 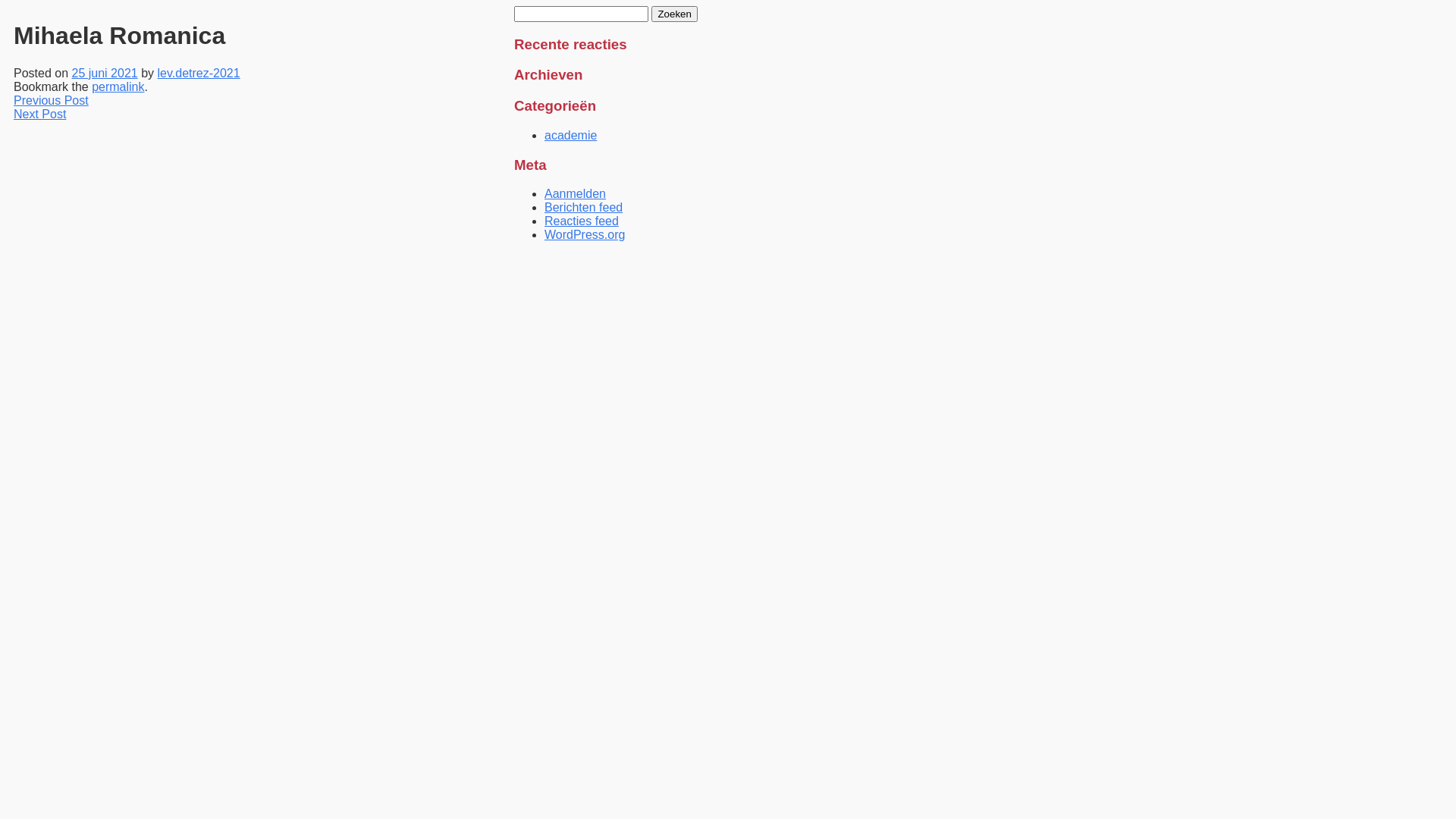 I want to click on 'permalink', so click(x=90, y=86).